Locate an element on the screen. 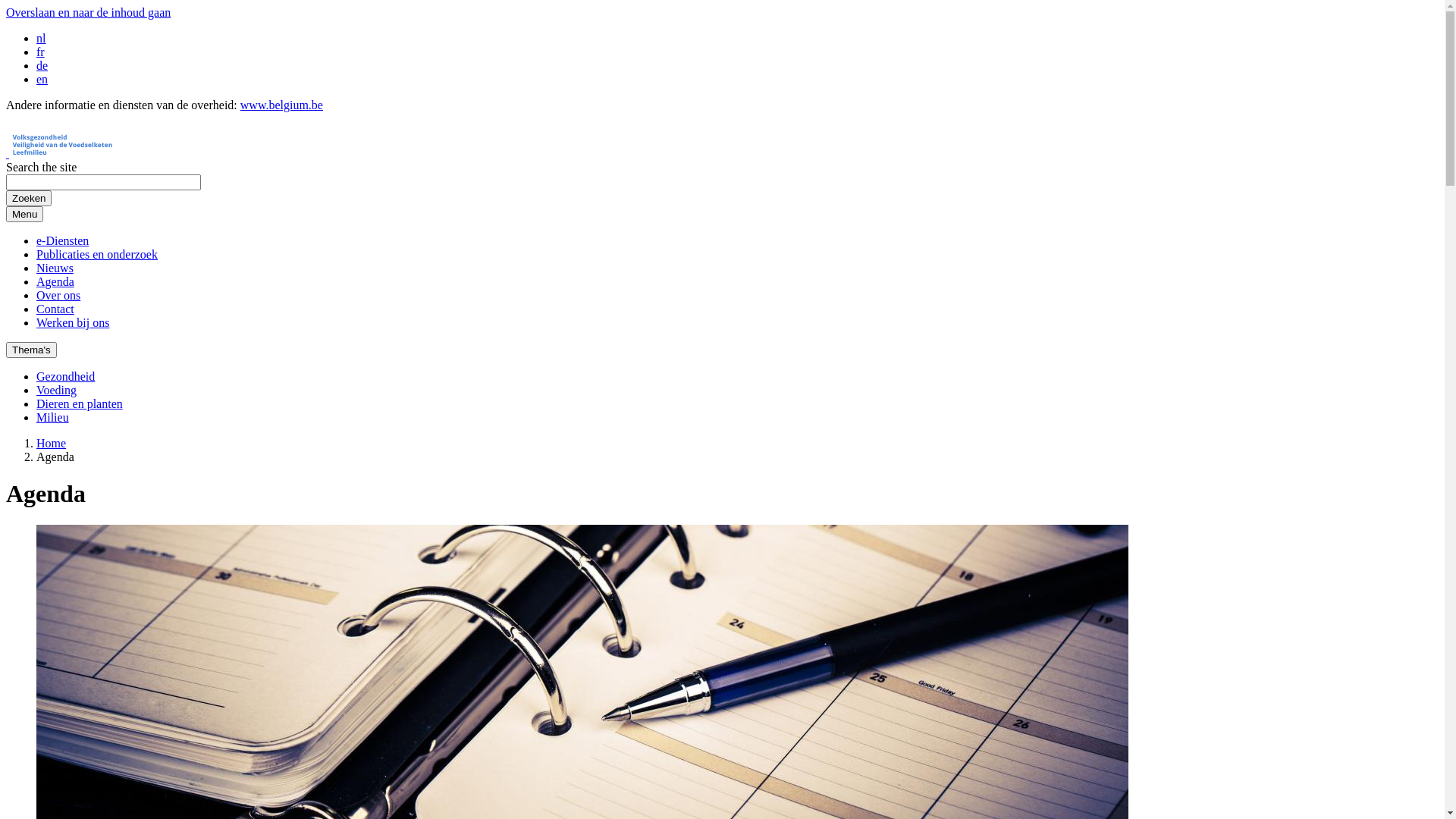 This screenshot has height=819, width=1456. 'Milieu' is located at coordinates (52, 417).